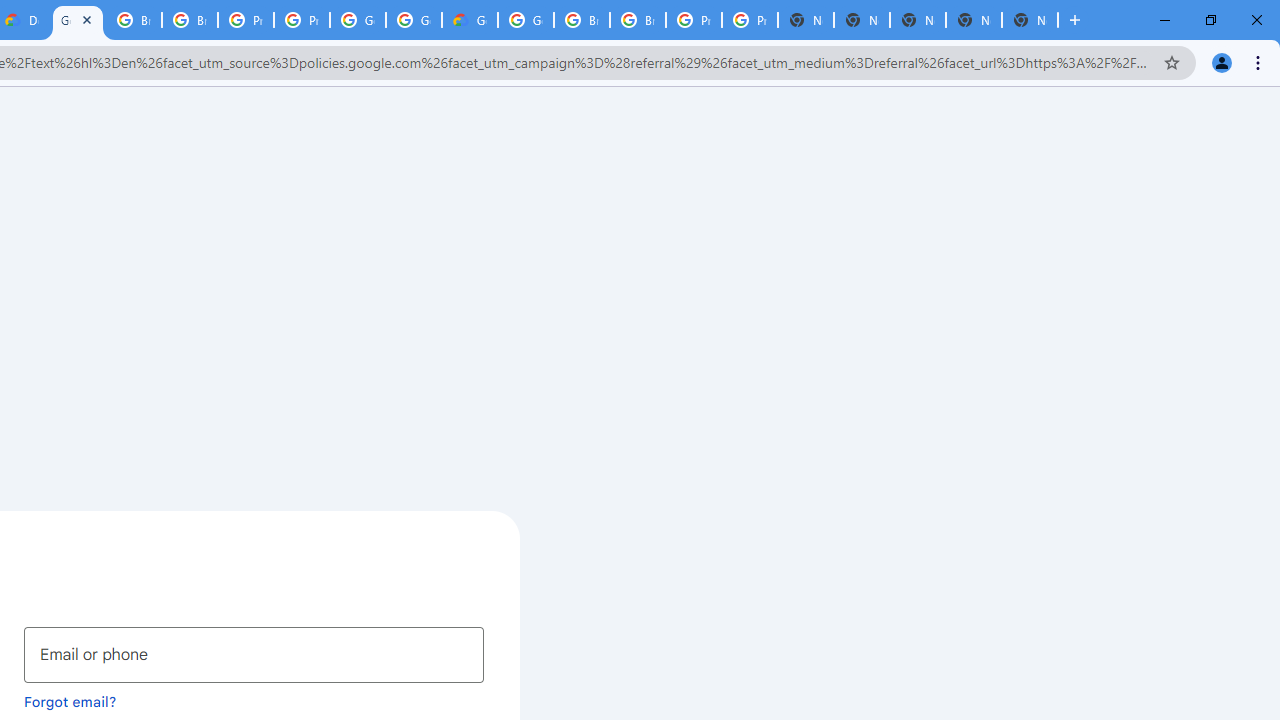 The image size is (1280, 720). Describe the element at coordinates (413, 20) in the screenshot. I see `'Google Cloud Platform'` at that location.